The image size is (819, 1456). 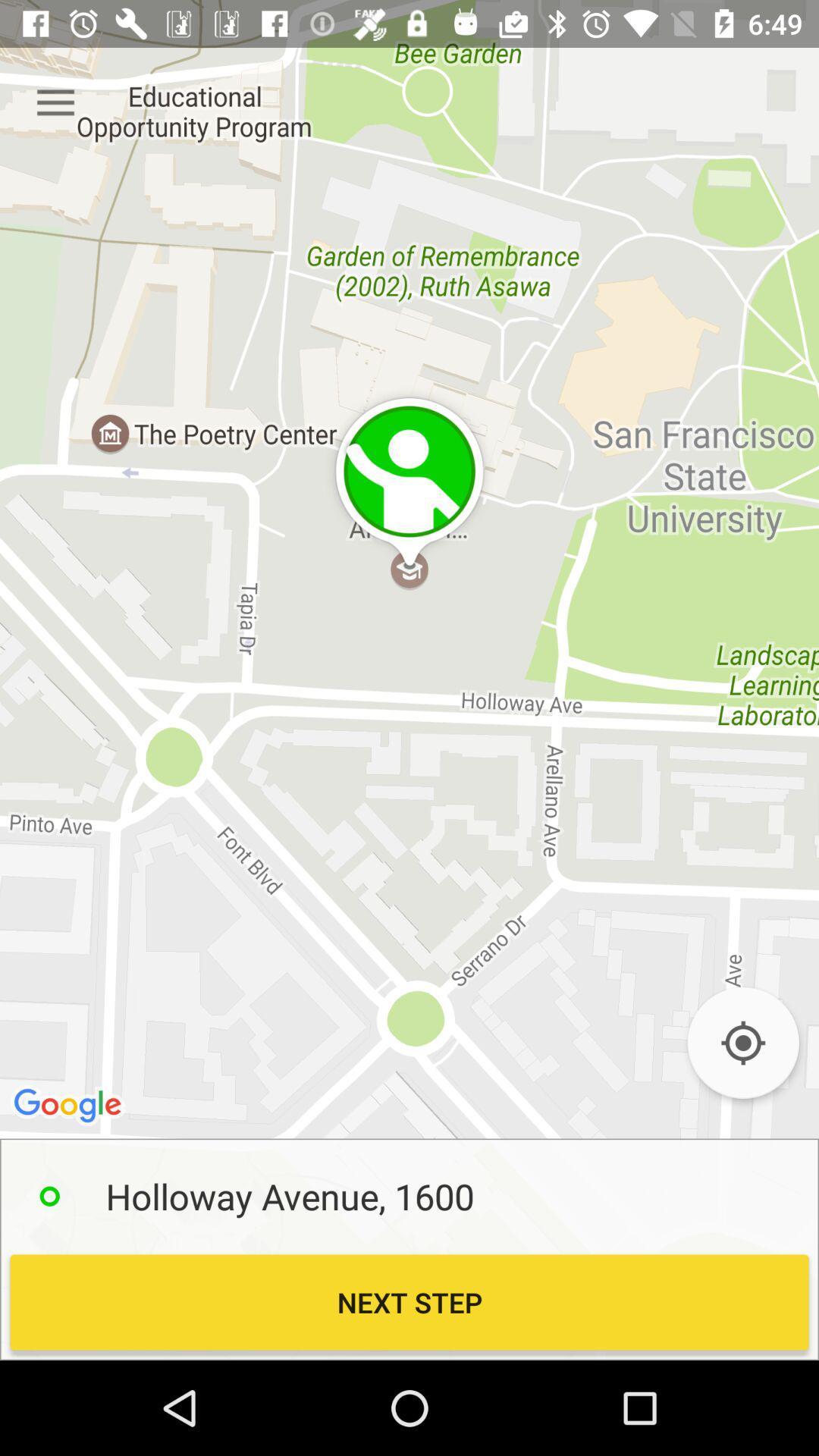 I want to click on ave, so click(x=742, y=1042).